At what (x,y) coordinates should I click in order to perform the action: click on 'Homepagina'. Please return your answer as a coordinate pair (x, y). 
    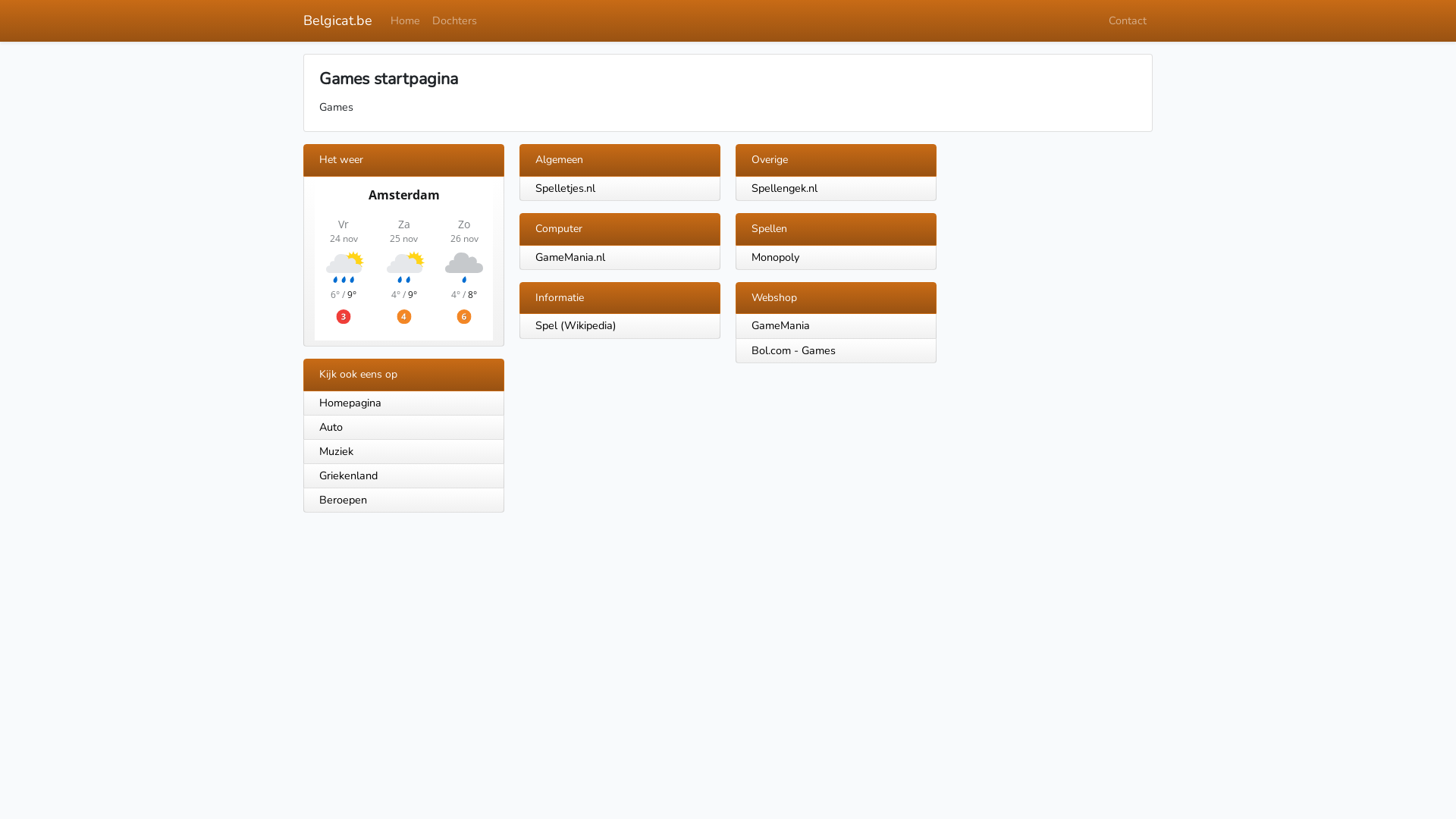
    Looking at the image, I should click on (403, 403).